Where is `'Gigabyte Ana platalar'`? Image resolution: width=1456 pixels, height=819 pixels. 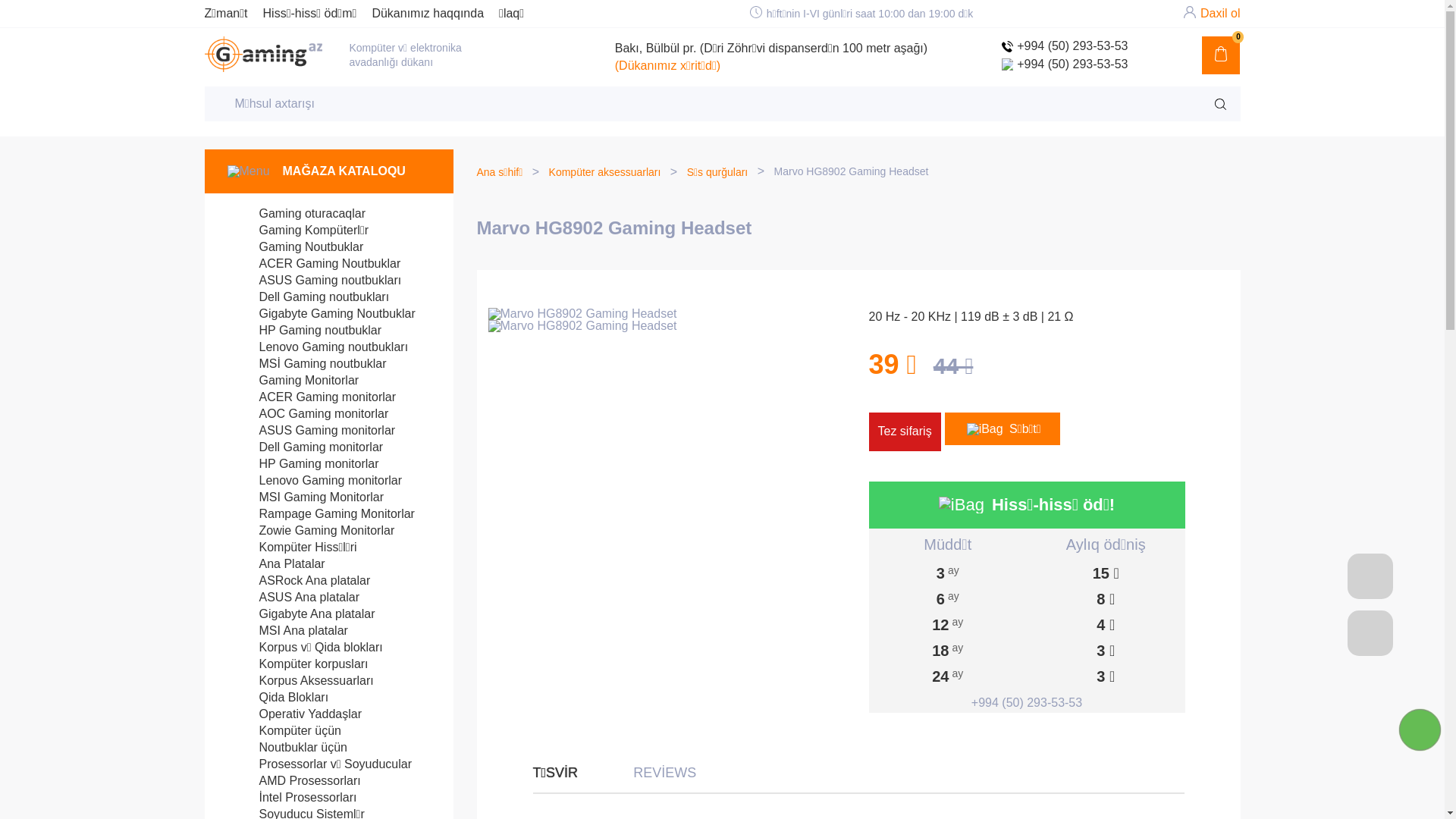 'Gigabyte Ana platalar' is located at coordinates (301, 613).